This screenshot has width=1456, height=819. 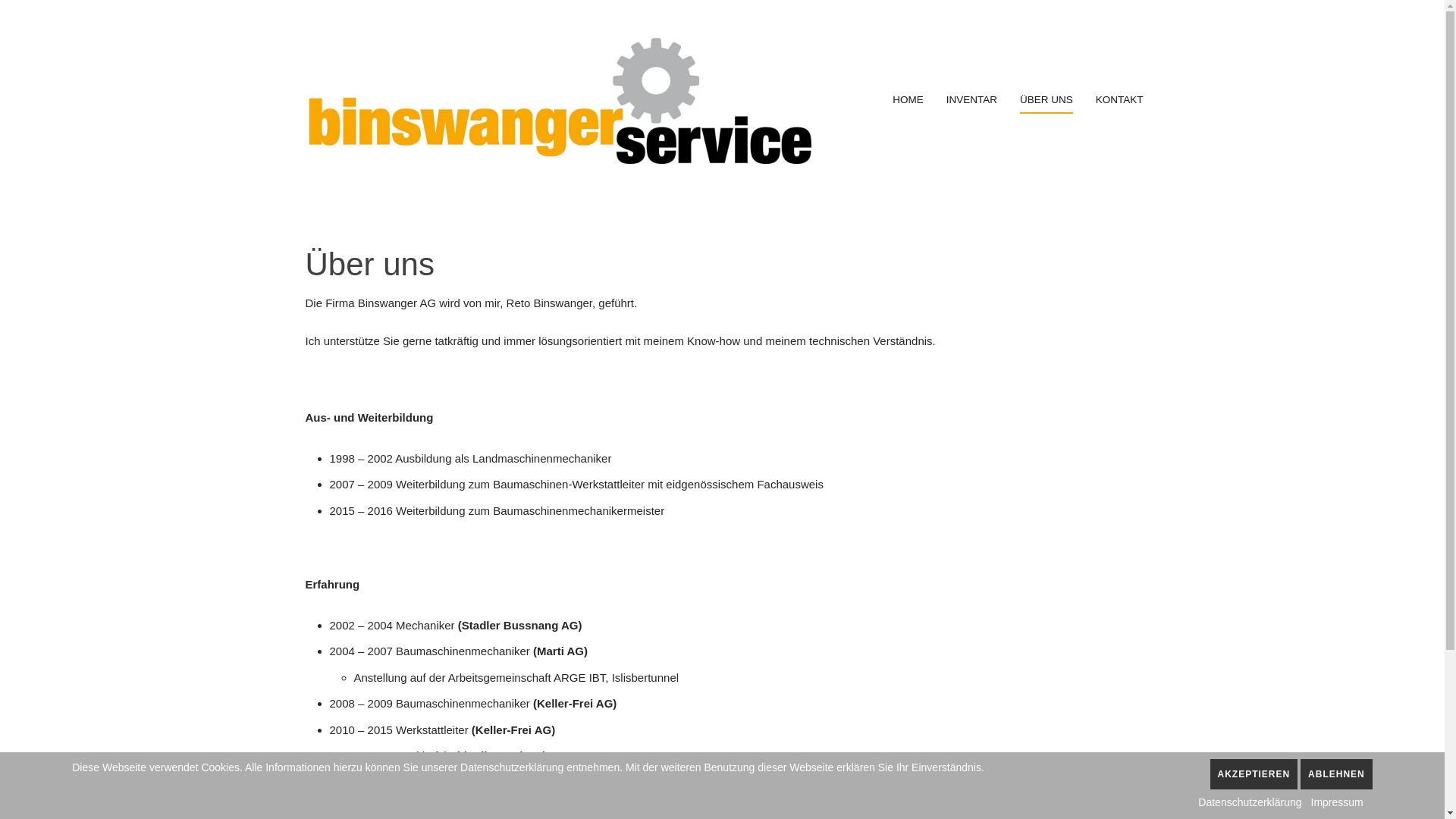 What do you see at coordinates (908, 99) in the screenshot?
I see `'HOME'` at bounding box center [908, 99].